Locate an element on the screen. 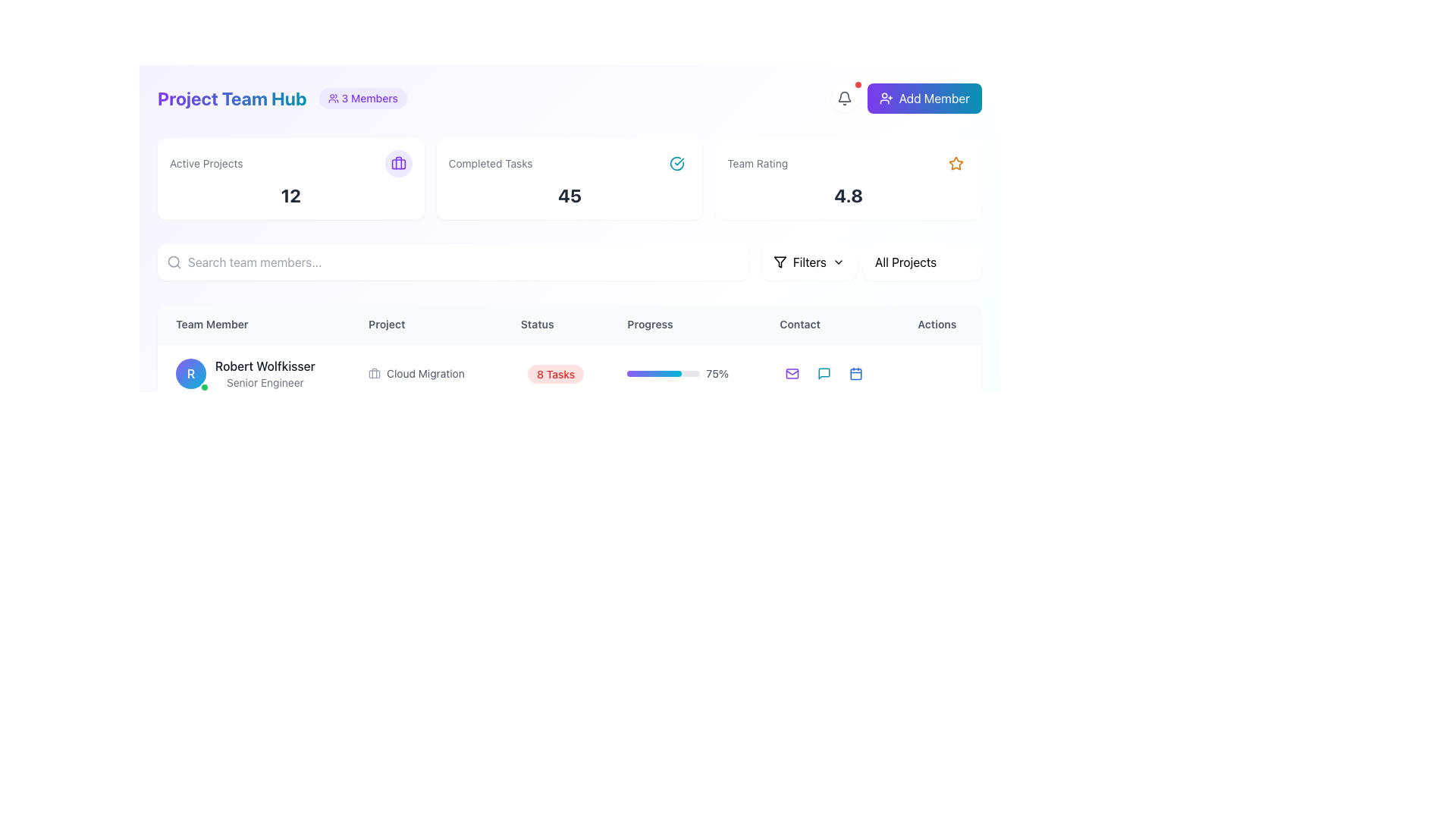  the 'All Projects' button, which is a rectangular button with a white background and dark text, located towards the upper-right side of the interface is located at coordinates (921, 262).